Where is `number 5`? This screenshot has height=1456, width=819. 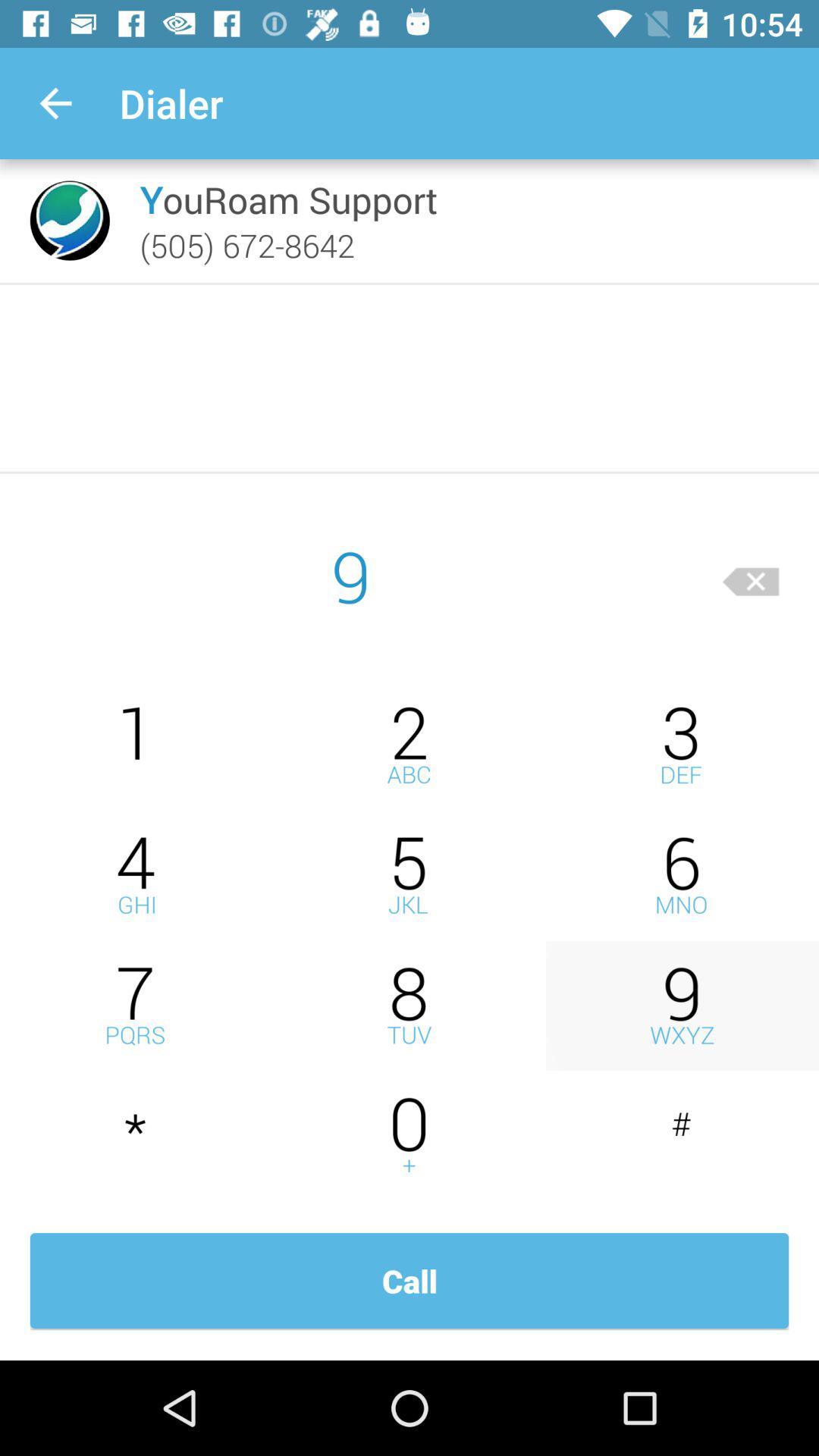 number 5 is located at coordinates (409, 875).